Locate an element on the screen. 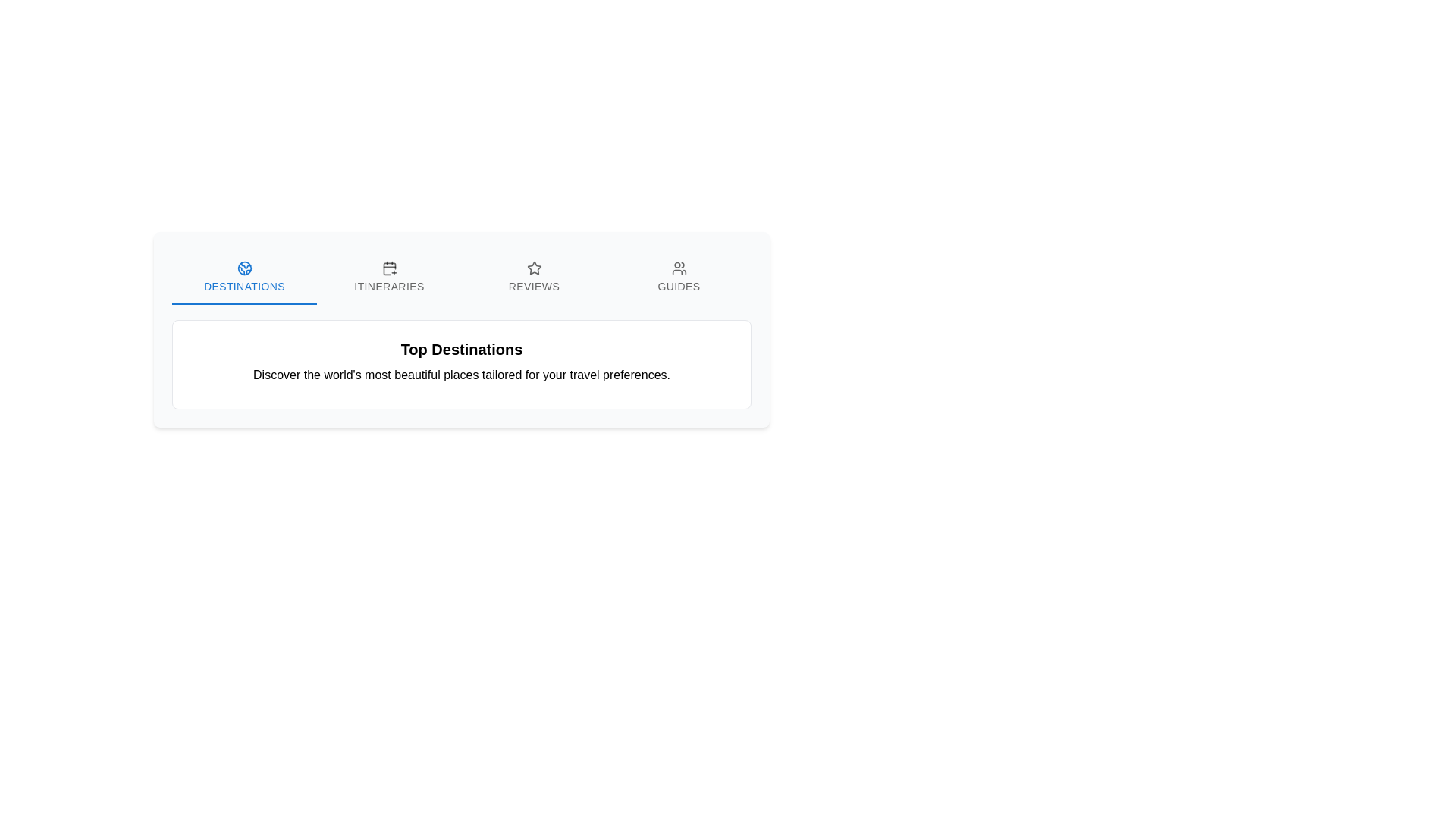 This screenshot has width=1456, height=819. the 'Guides' icon located at the far right of the navigation tabs at the top of the card, which serves as a visual representation for the 'Guides' section is located at coordinates (678, 268).